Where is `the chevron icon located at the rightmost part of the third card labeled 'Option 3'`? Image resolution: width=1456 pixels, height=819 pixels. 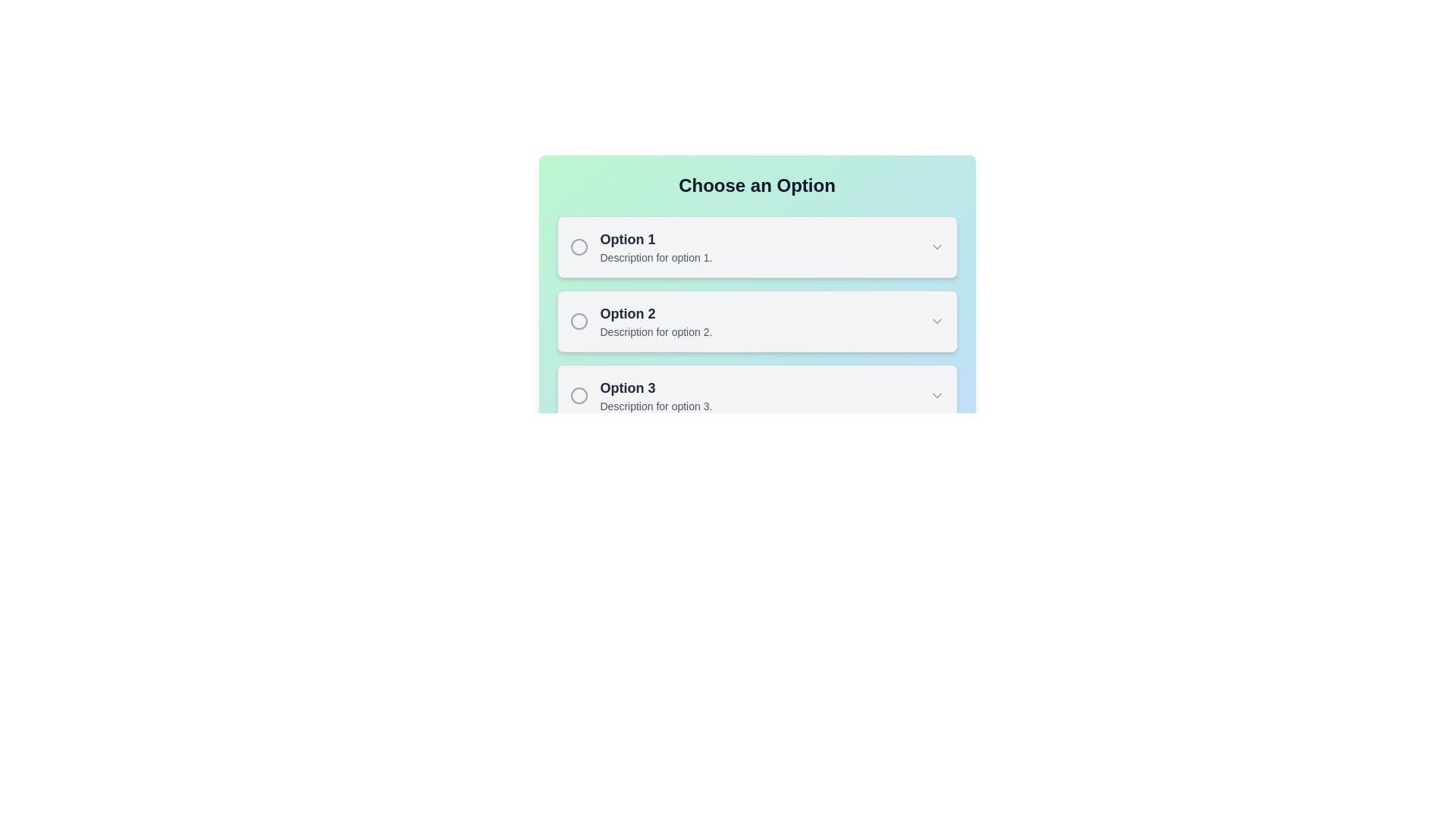 the chevron icon located at the rightmost part of the third card labeled 'Option 3' is located at coordinates (936, 394).